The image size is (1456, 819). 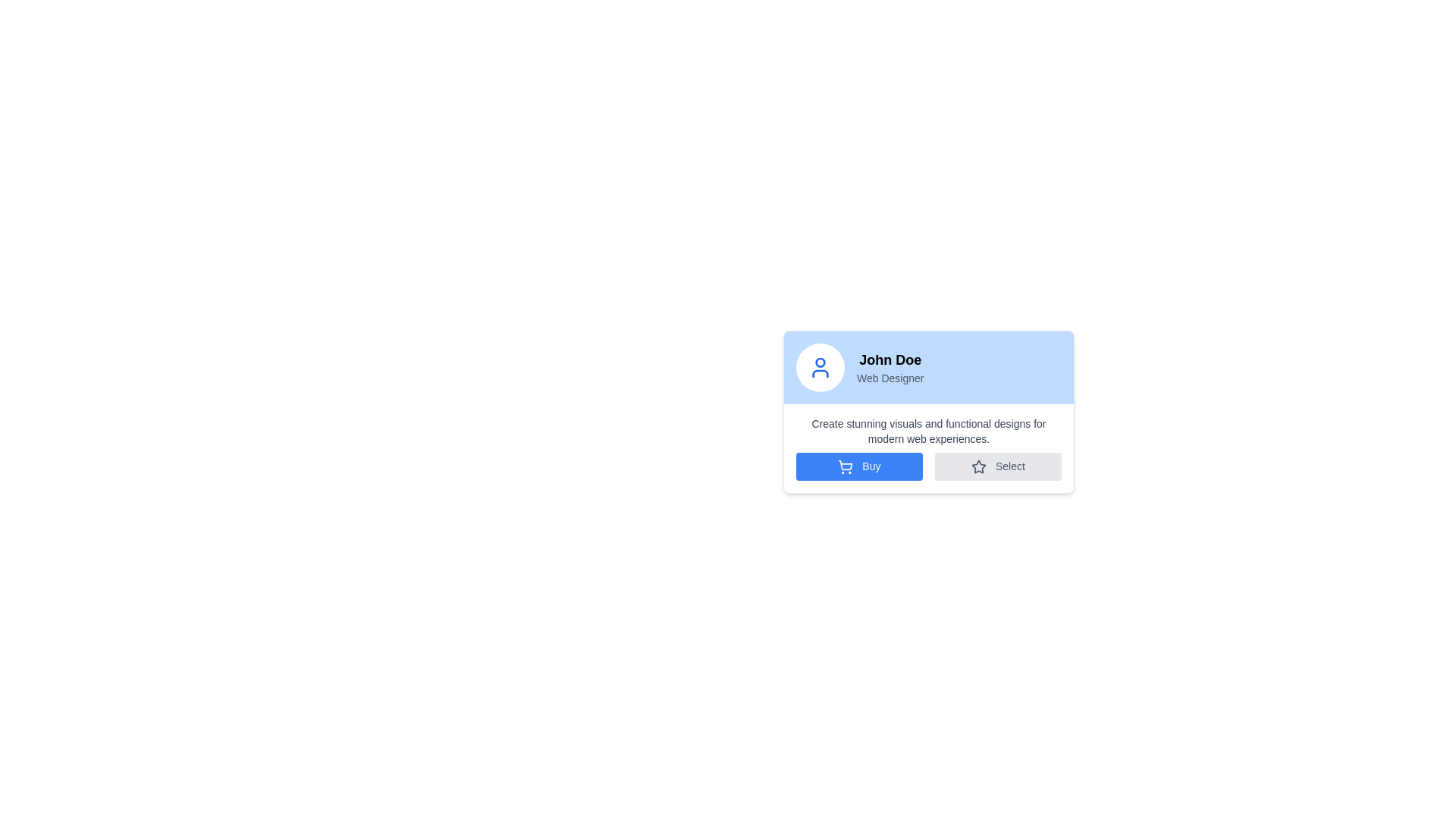 I want to click on the text element that reads 'Create stunning visuals and functional designs for modern web experiences.', styled in a small gray font, located under the header 'John Doe' within the card layout, so click(x=927, y=431).